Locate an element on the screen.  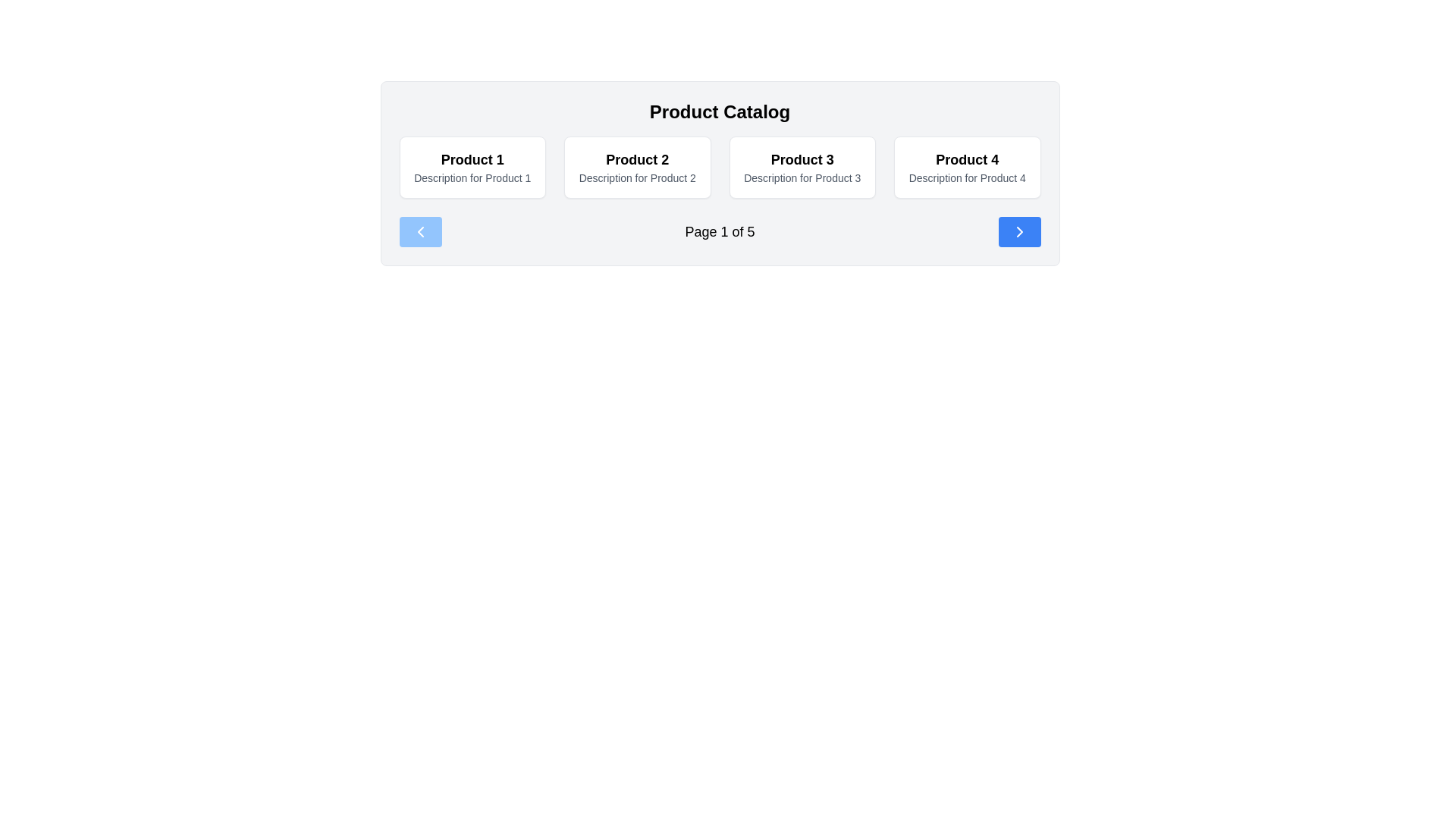
the text label 'Description for Product 3' is located at coordinates (802, 177).